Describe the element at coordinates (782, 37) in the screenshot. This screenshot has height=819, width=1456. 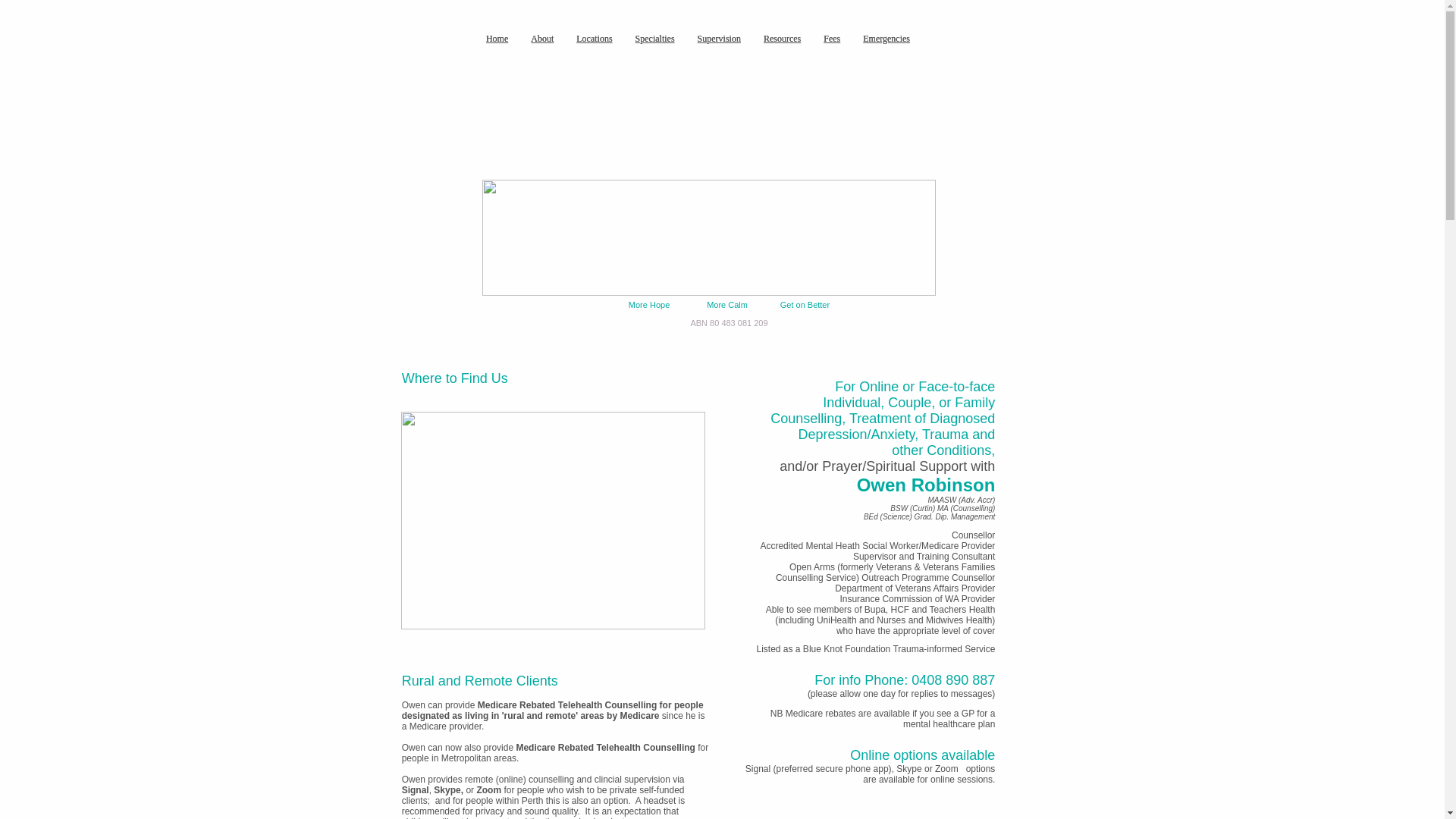
I see `'Resources'` at that location.